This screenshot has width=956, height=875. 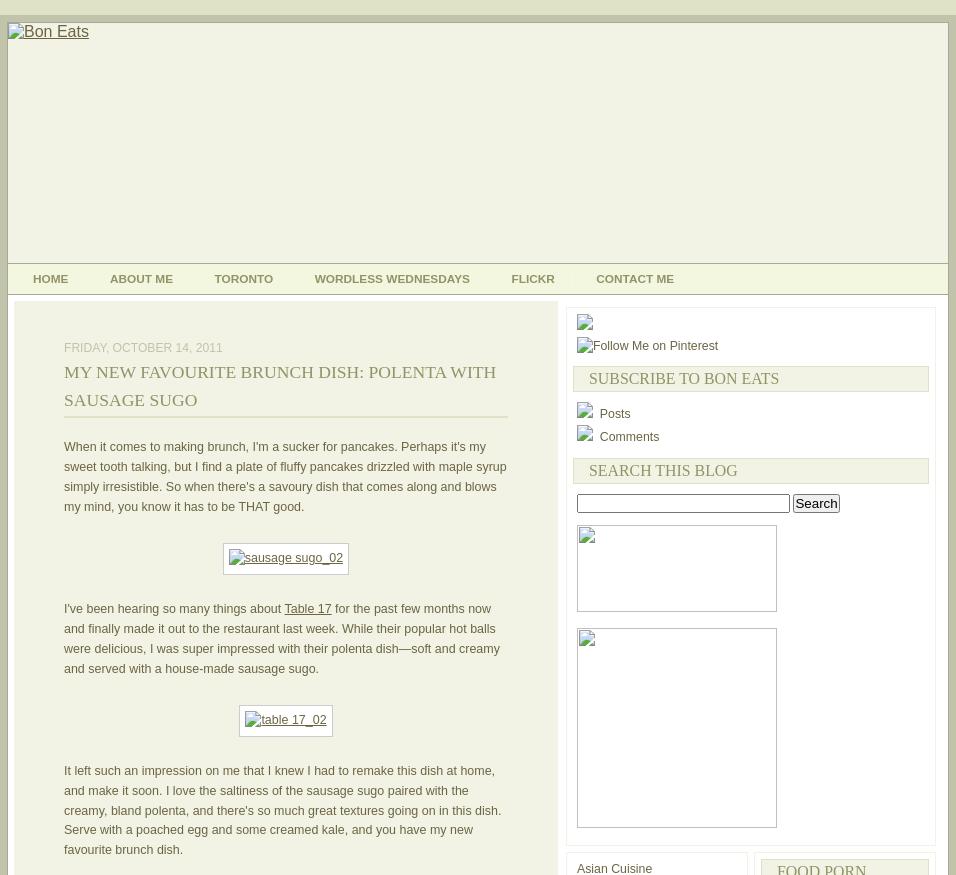 I want to click on 'Toronto', so click(x=242, y=278).